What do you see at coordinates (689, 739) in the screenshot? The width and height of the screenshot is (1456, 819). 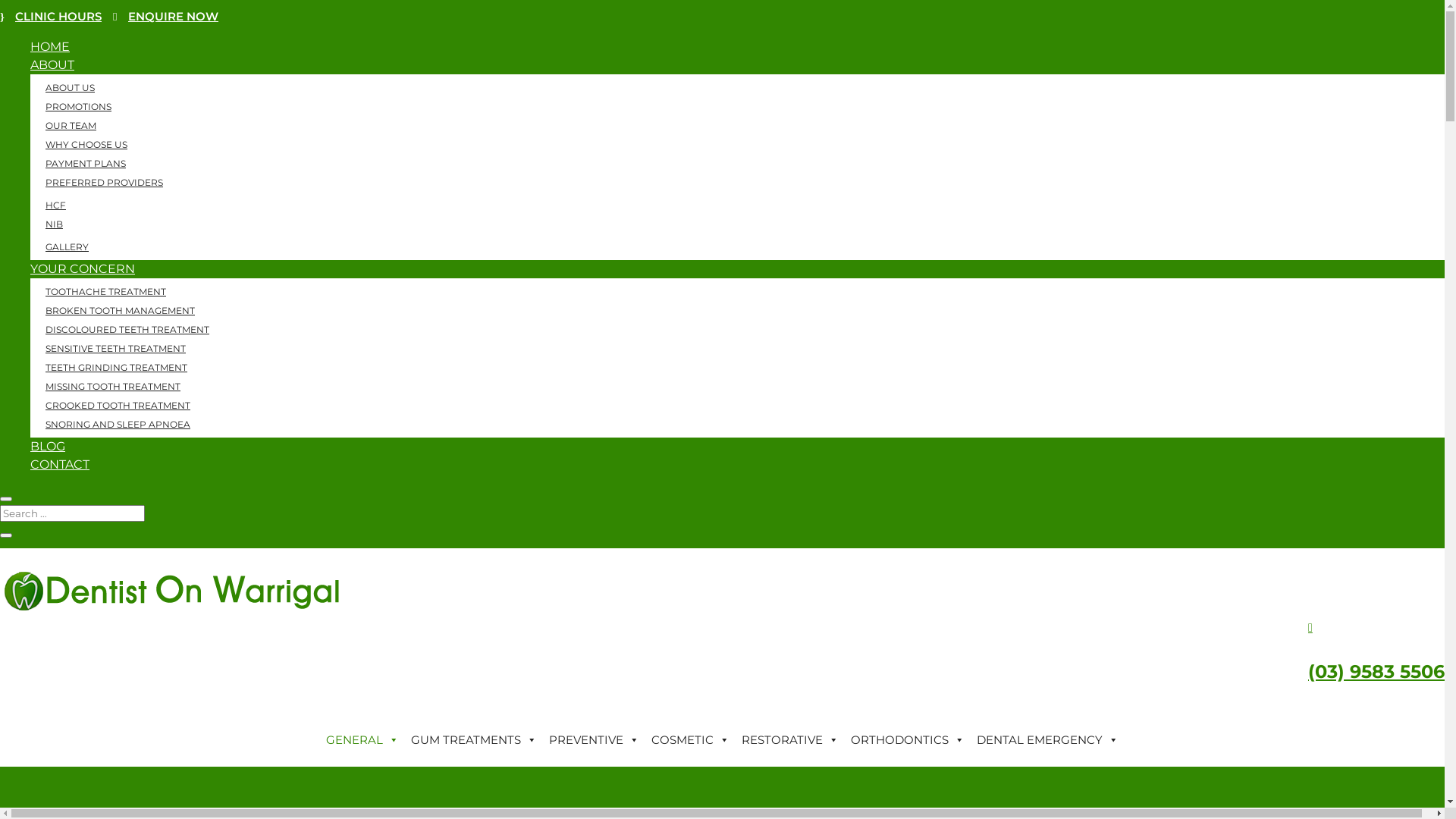 I see `'COSMETIC'` at bounding box center [689, 739].